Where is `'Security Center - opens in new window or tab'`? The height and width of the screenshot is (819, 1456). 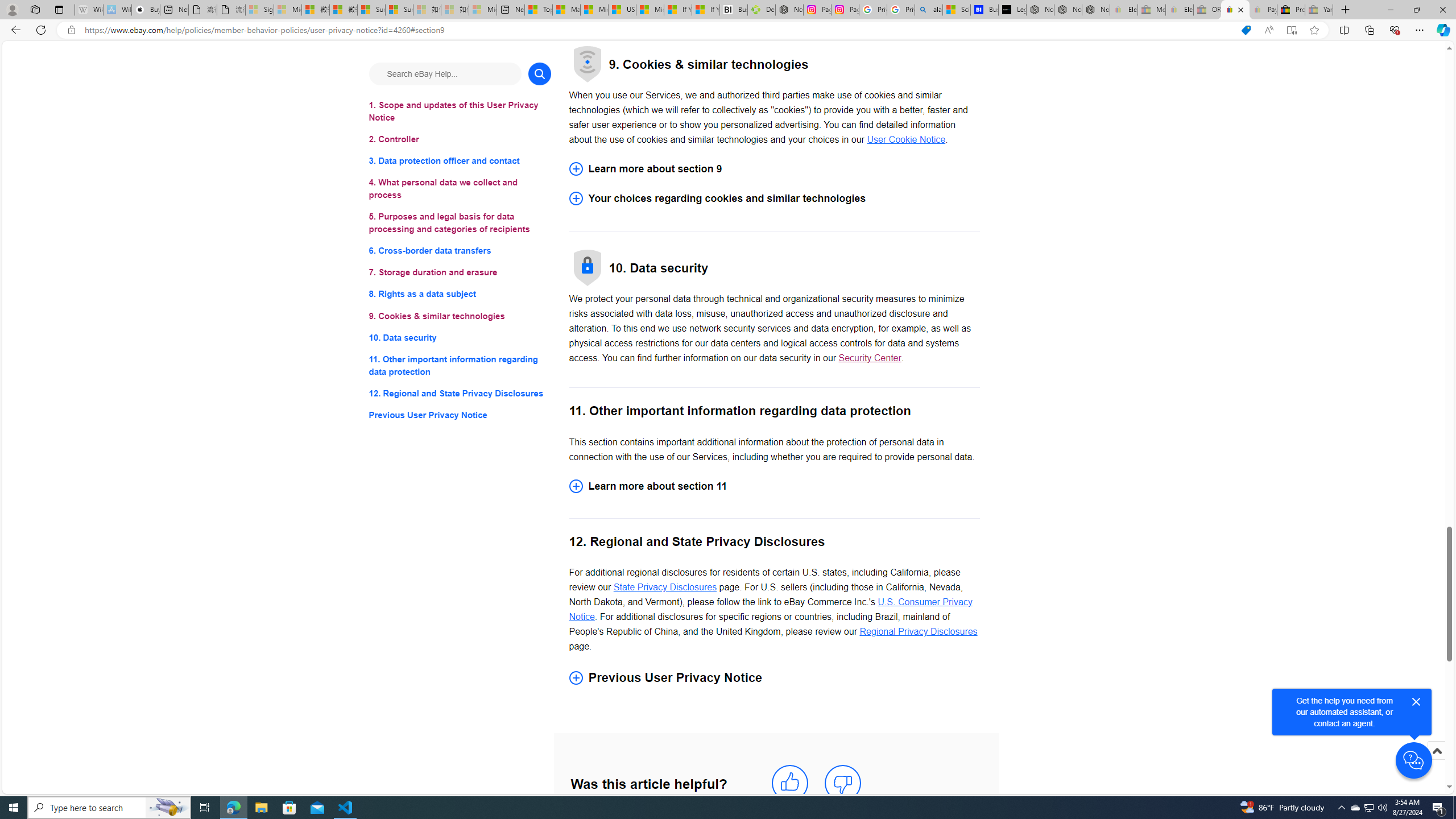
'Security Center - opens in new window or tab' is located at coordinates (869, 358).